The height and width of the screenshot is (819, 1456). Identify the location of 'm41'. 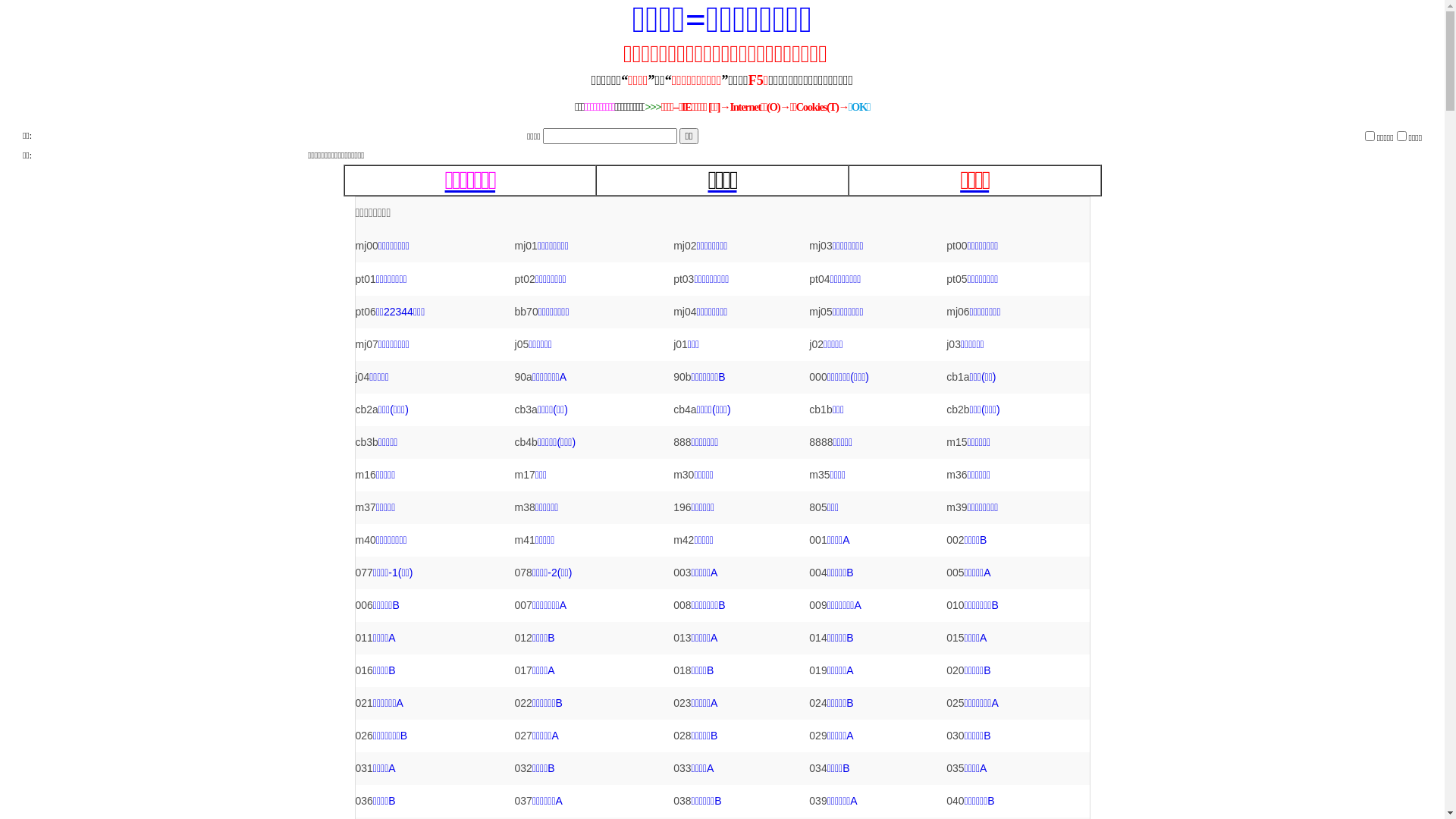
(525, 539).